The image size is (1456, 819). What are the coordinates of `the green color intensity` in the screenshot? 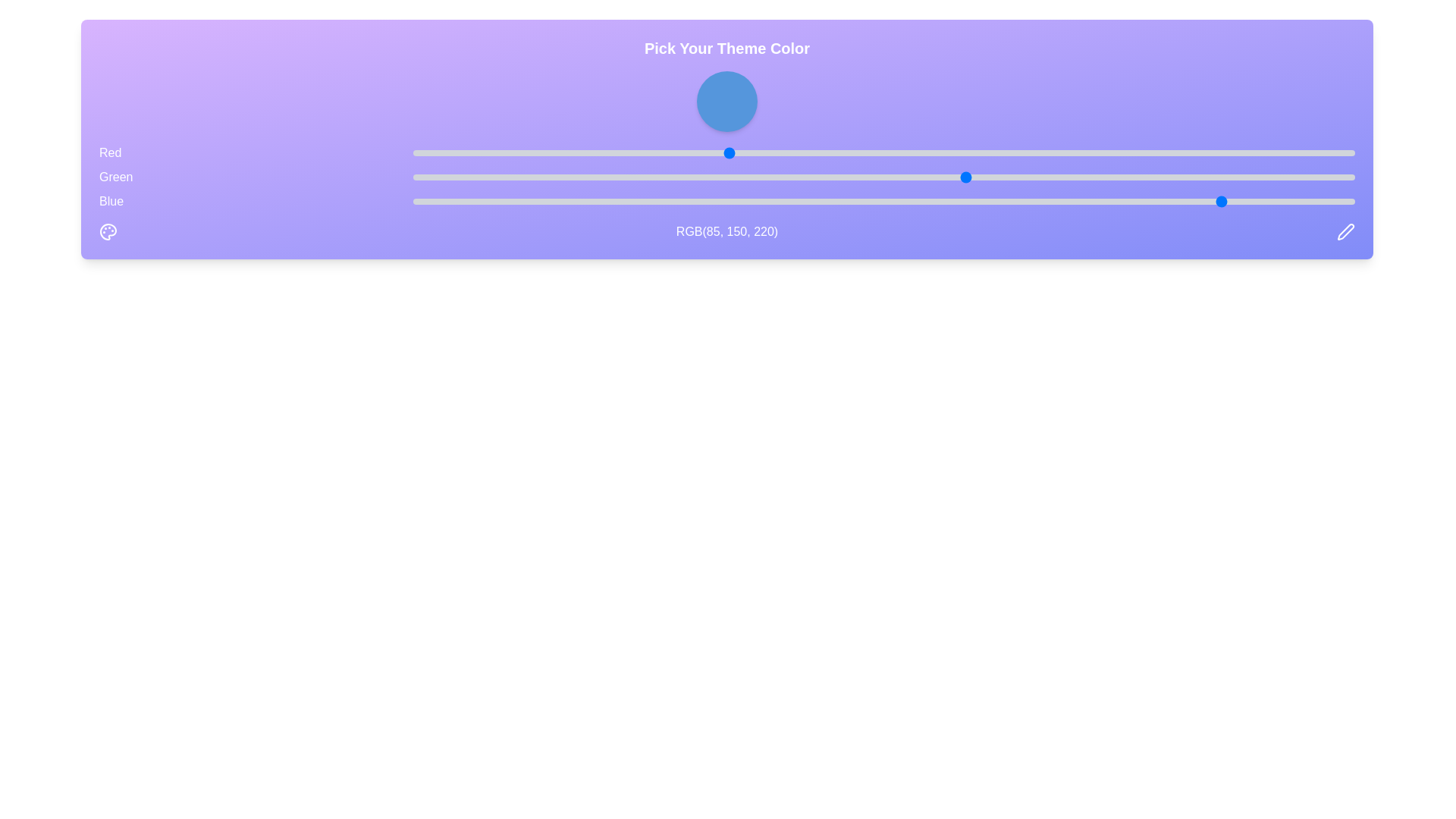 It's located at (897, 177).